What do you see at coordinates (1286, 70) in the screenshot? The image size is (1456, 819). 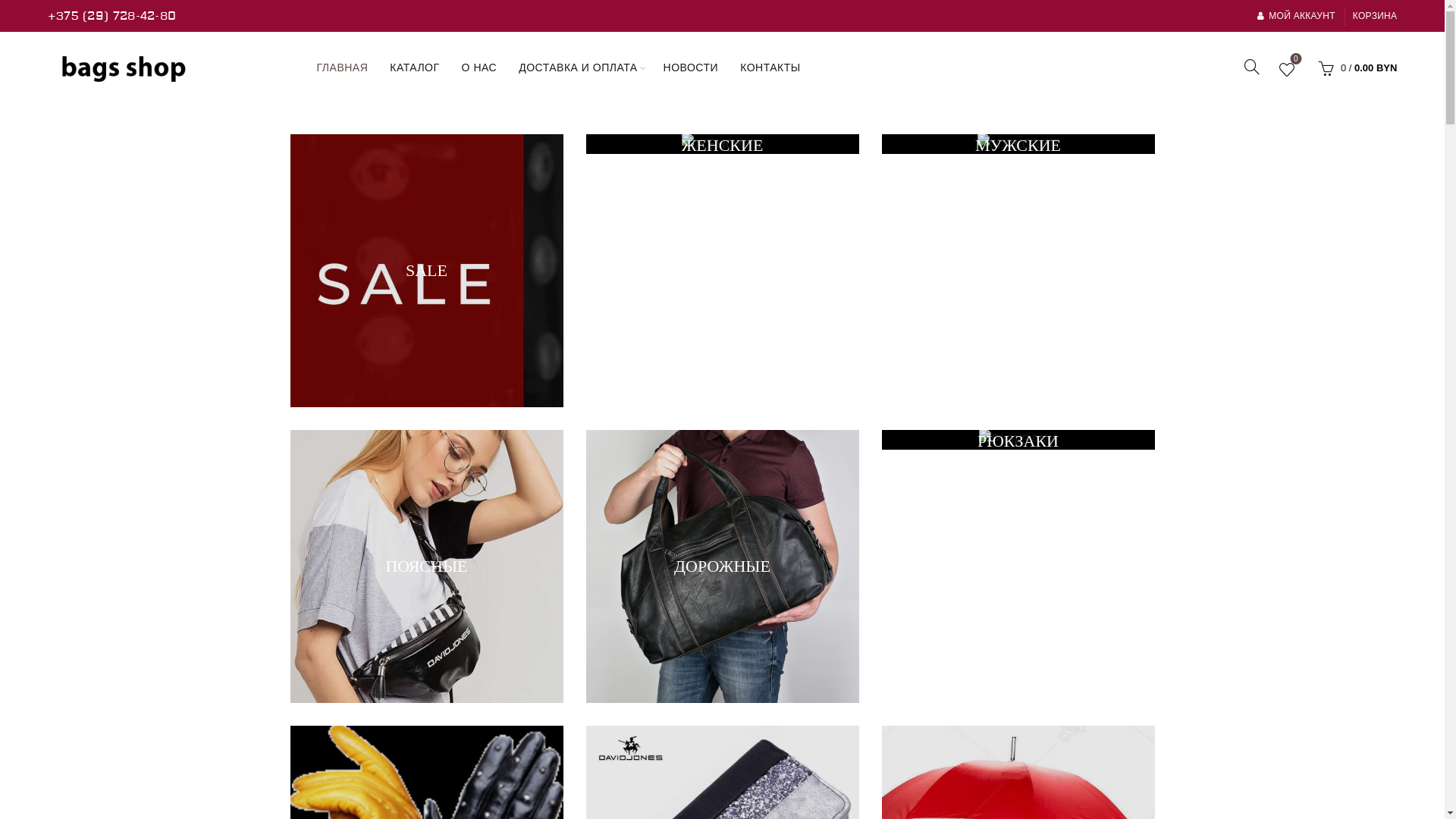 I see `'Wishlist` at bounding box center [1286, 70].